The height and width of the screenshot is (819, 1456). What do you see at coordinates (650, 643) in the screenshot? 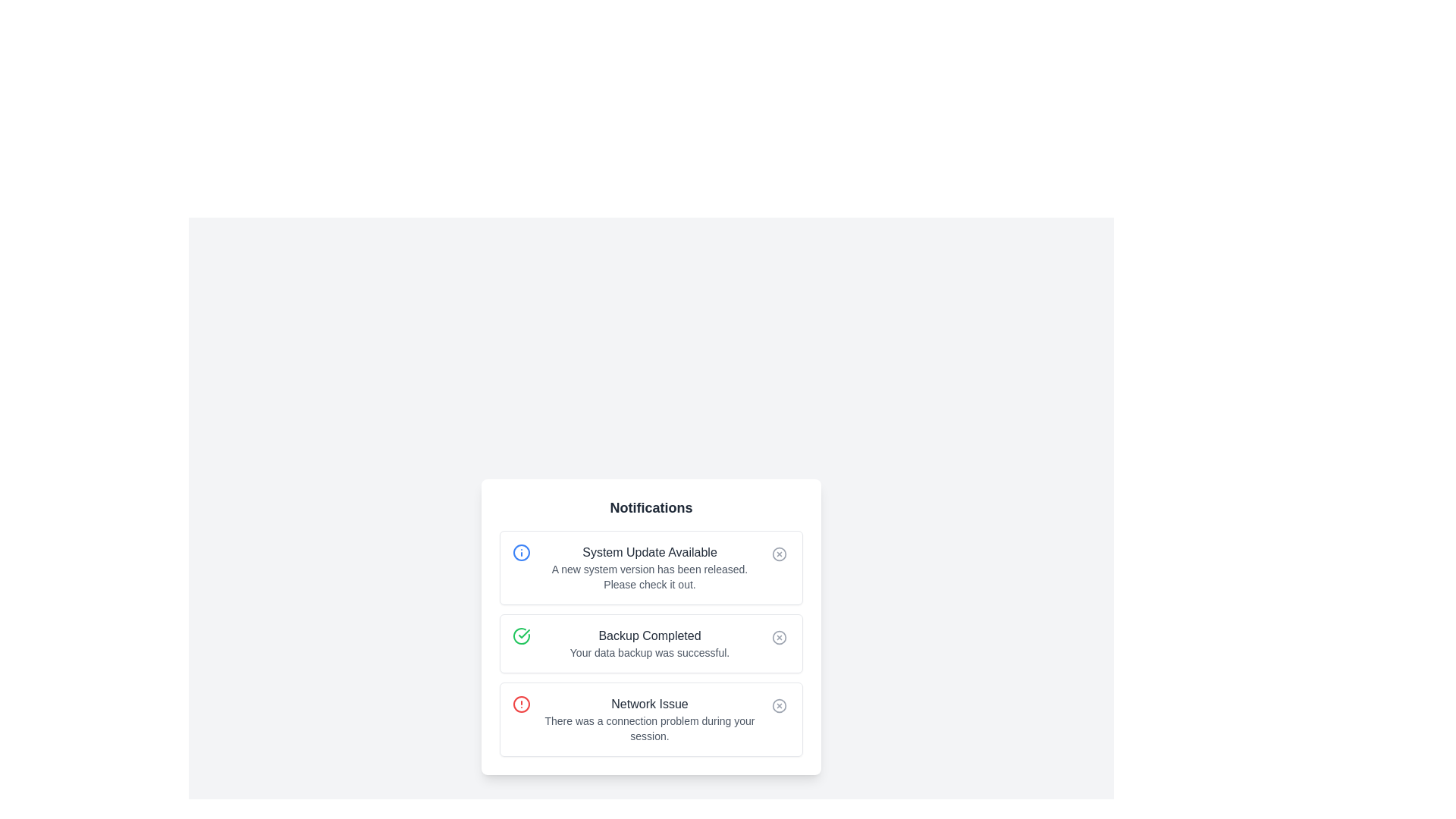
I see `notification message displaying 'Backup Completed' and 'Your data backup was successful.'` at bounding box center [650, 643].